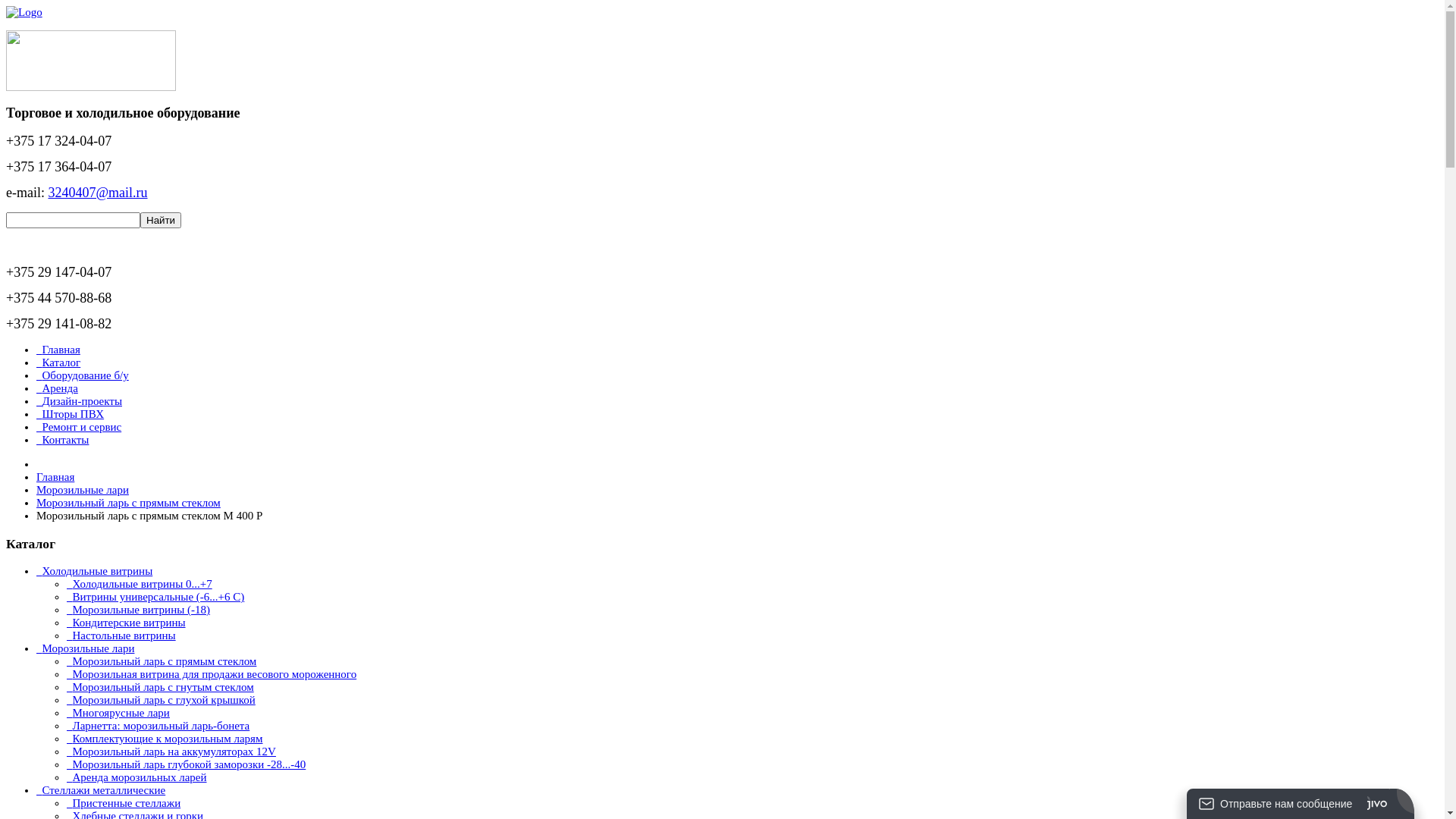 The image size is (1456, 819). I want to click on '3240407@mail.ru', so click(96, 192).